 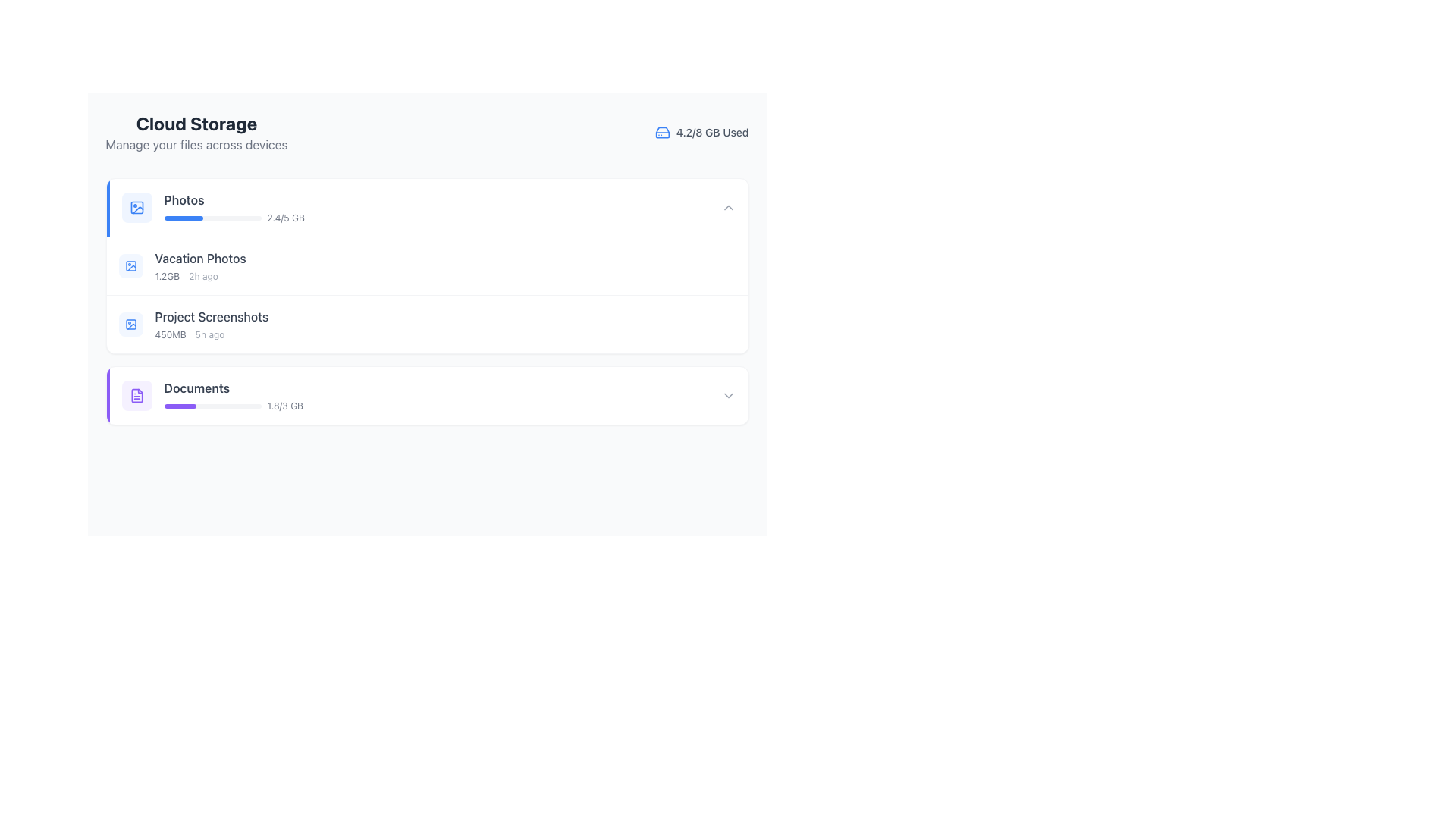 I want to click on the Chevron icon located in the upper right corner of the block labeled 'Photos, 2.4/5 GB', so click(x=728, y=207).